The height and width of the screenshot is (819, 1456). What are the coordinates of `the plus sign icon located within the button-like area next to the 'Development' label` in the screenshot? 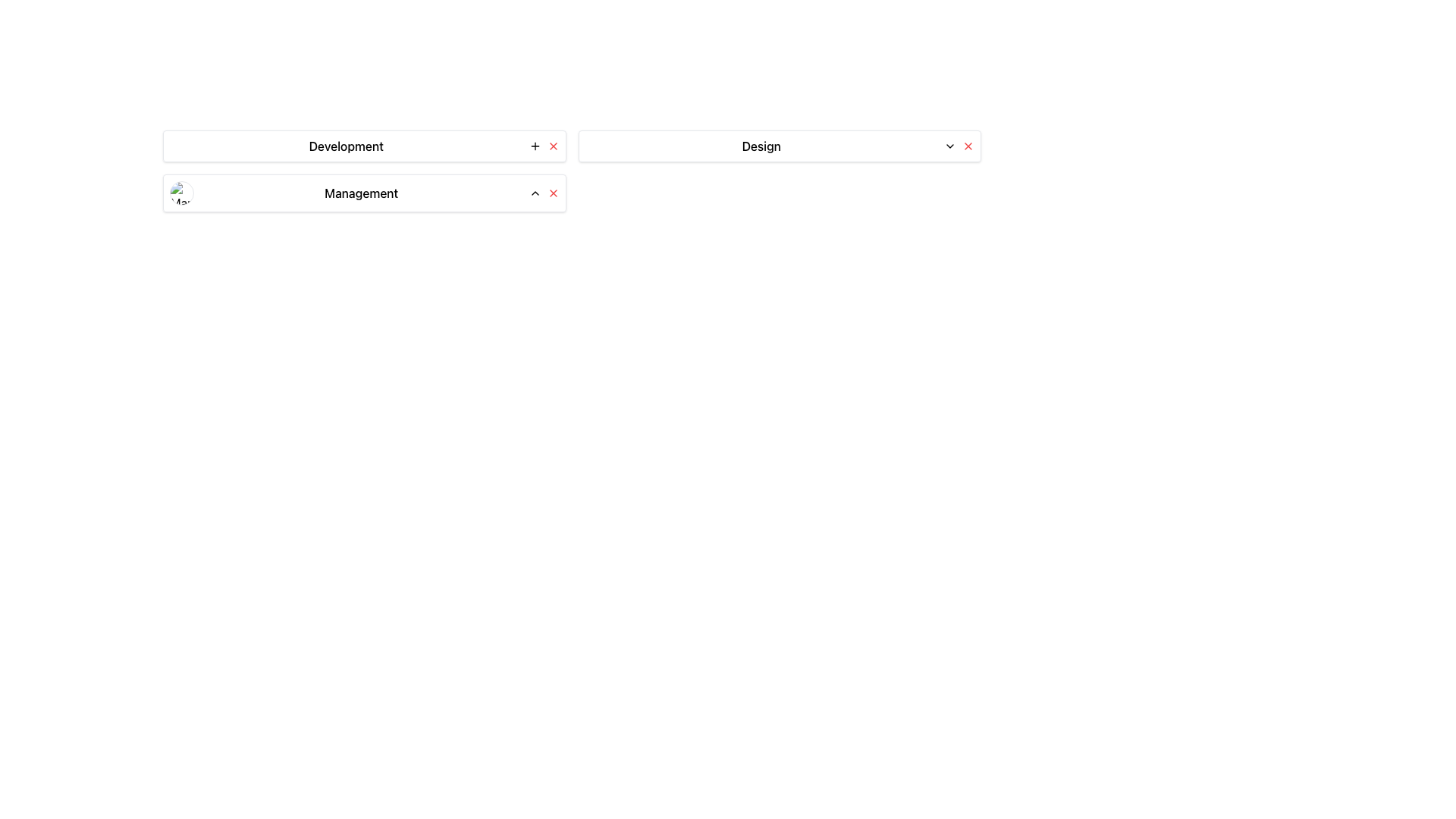 It's located at (535, 146).